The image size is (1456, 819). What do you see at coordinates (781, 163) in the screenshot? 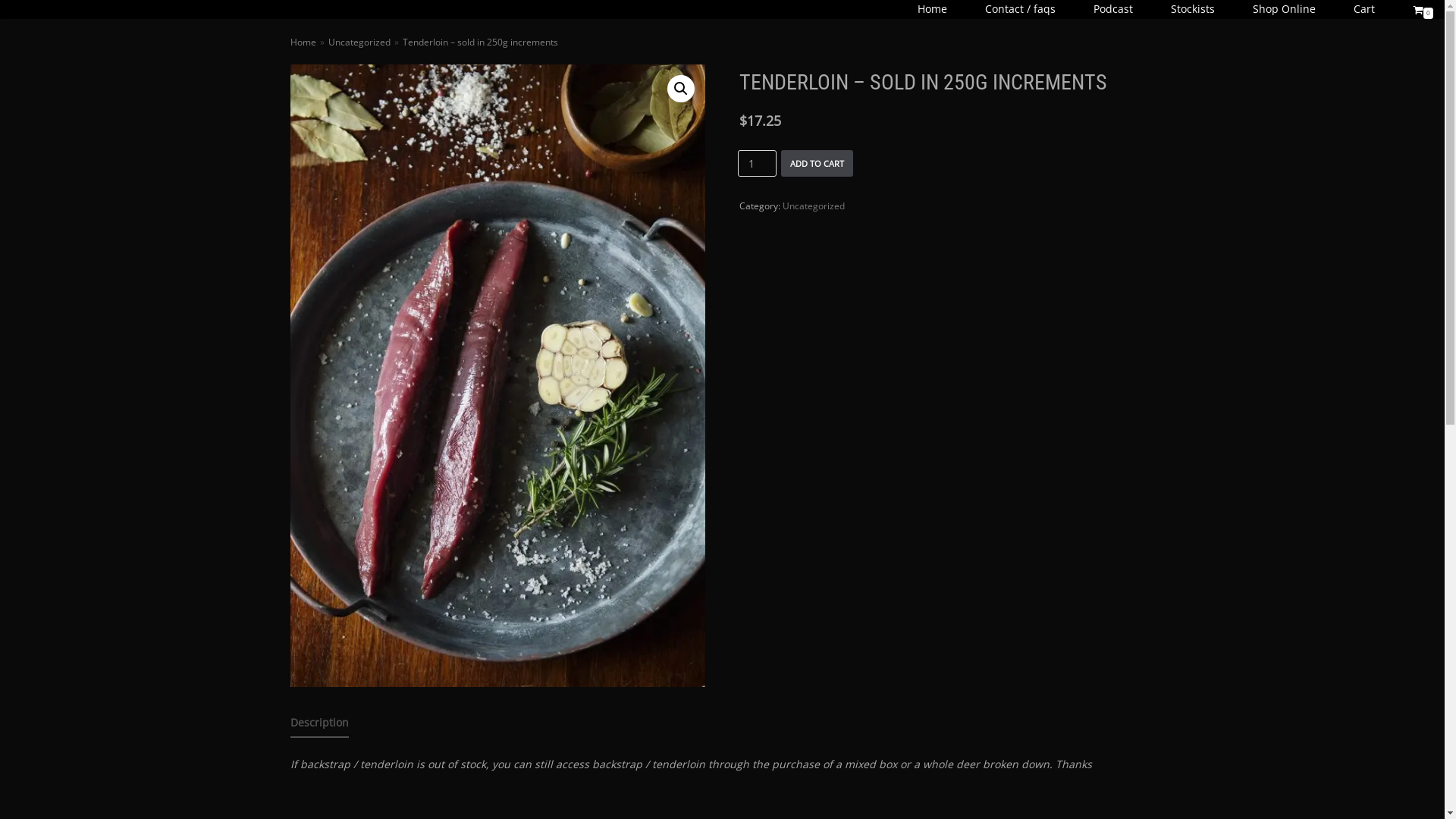
I see `'ADD TO CART'` at bounding box center [781, 163].